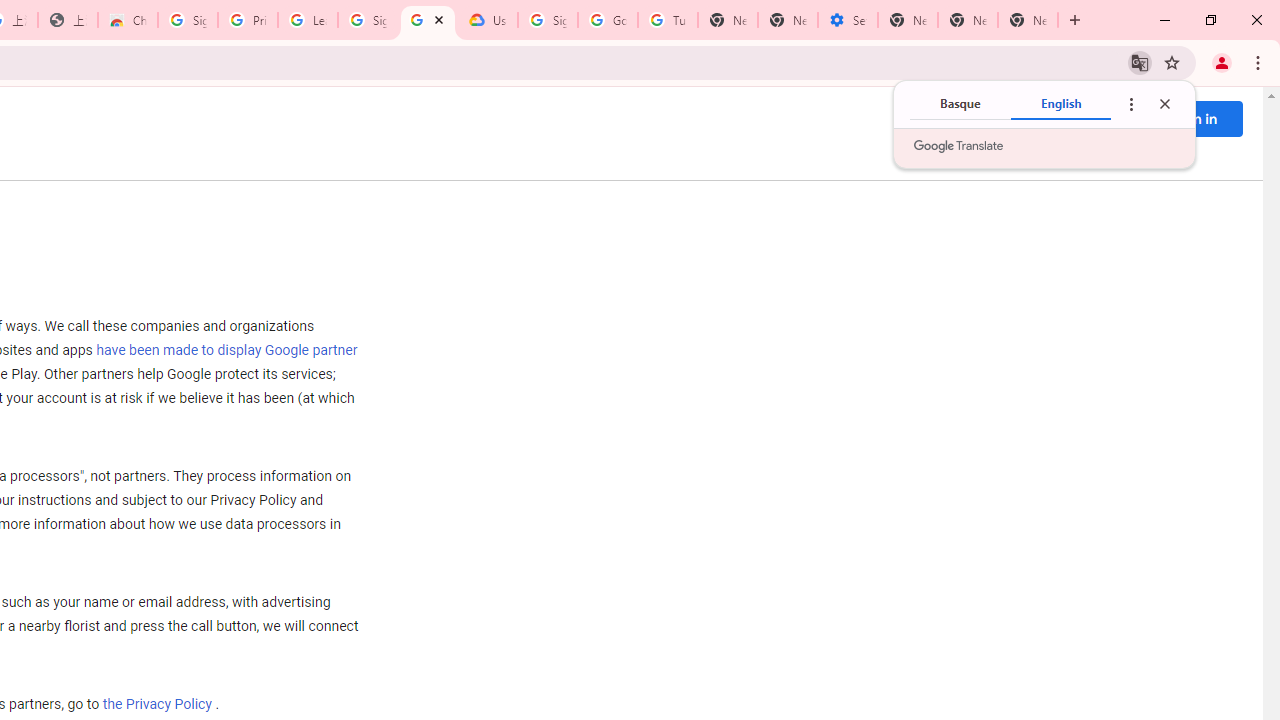 Image resolution: width=1280 pixels, height=720 pixels. Describe the element at coordinates (667, 20) in the screenshot. I see `'Turn cookies on or off - Computer - Google Account Help'` at that location.